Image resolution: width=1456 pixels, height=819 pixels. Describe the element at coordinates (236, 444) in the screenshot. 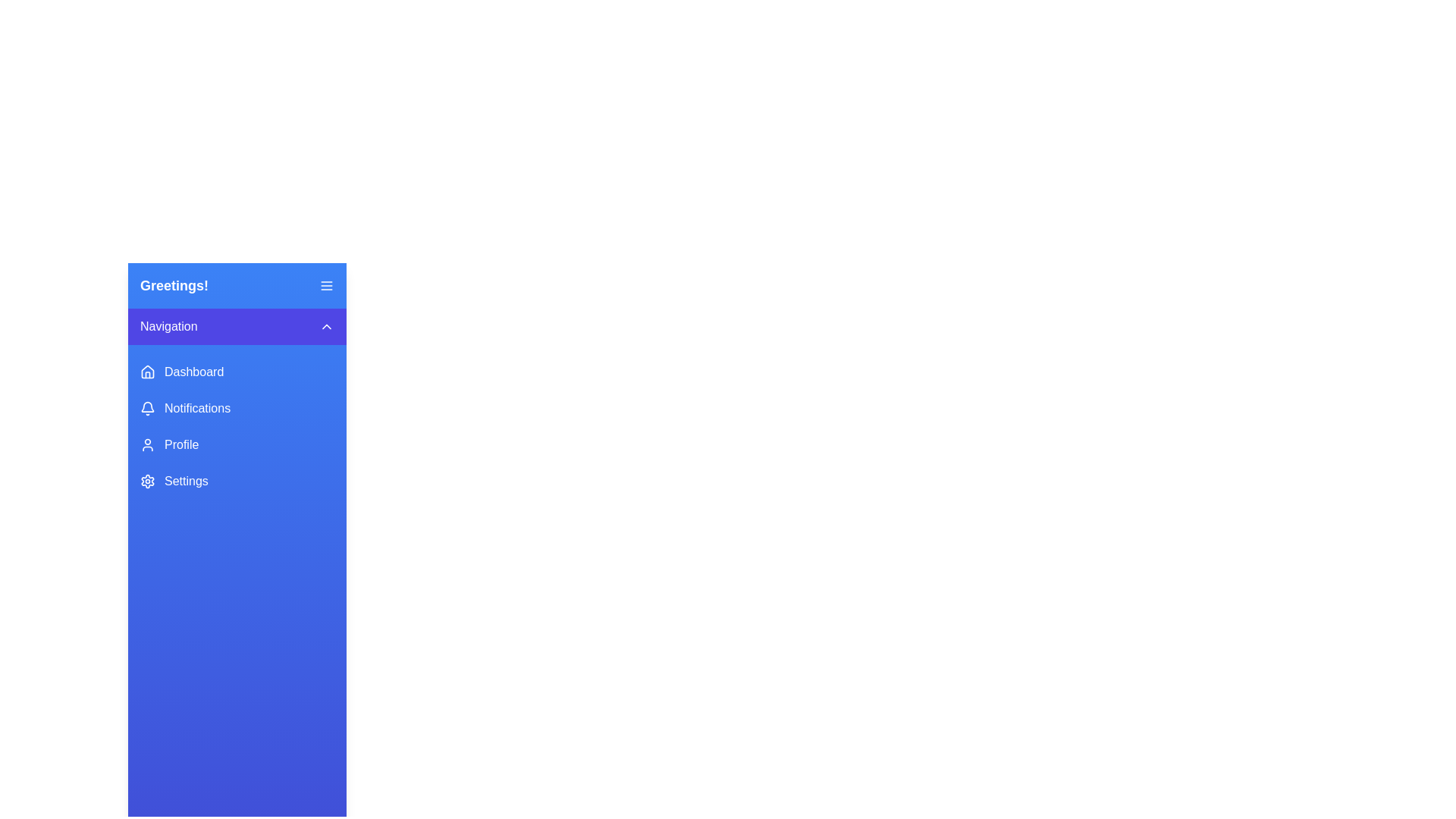

I see `the 'Profile' navigation button, which is the third item in the vertical menu, located between 'Notifications' and 'Settings'` at that location.